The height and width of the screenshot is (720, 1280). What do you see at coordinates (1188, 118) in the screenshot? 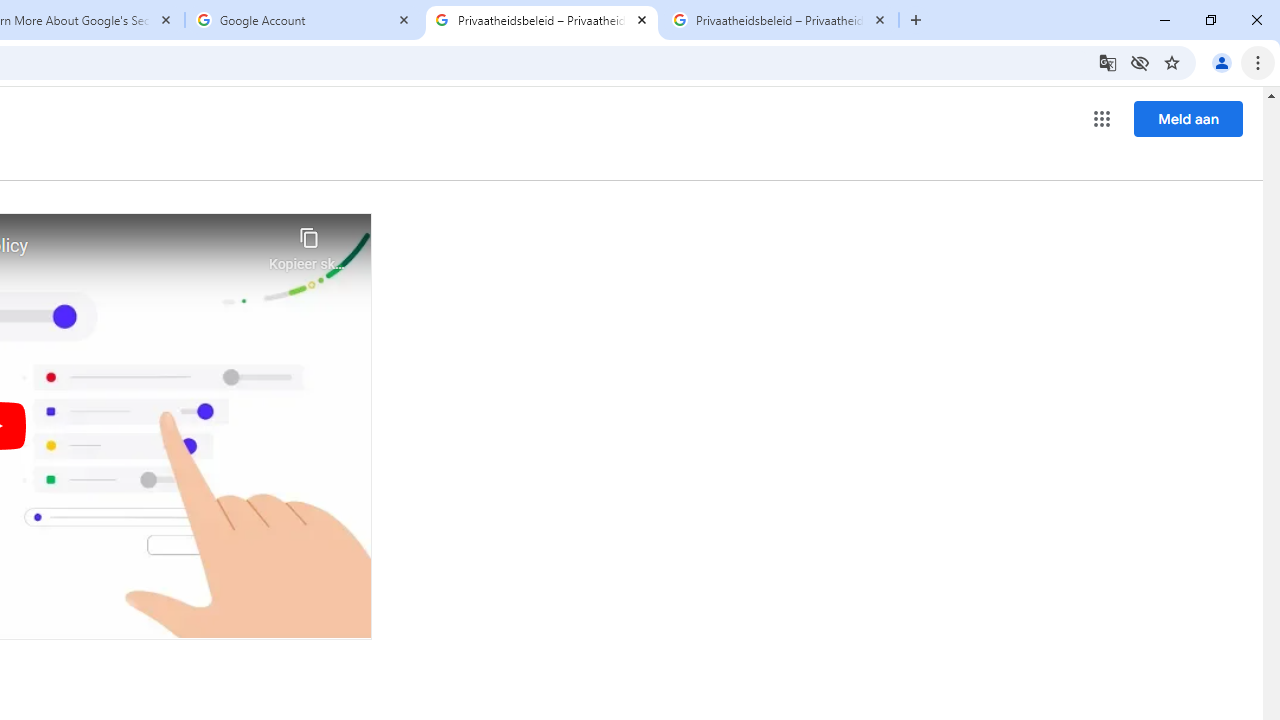
I see `'Meld aan'` at bounding box center [1188, 118].